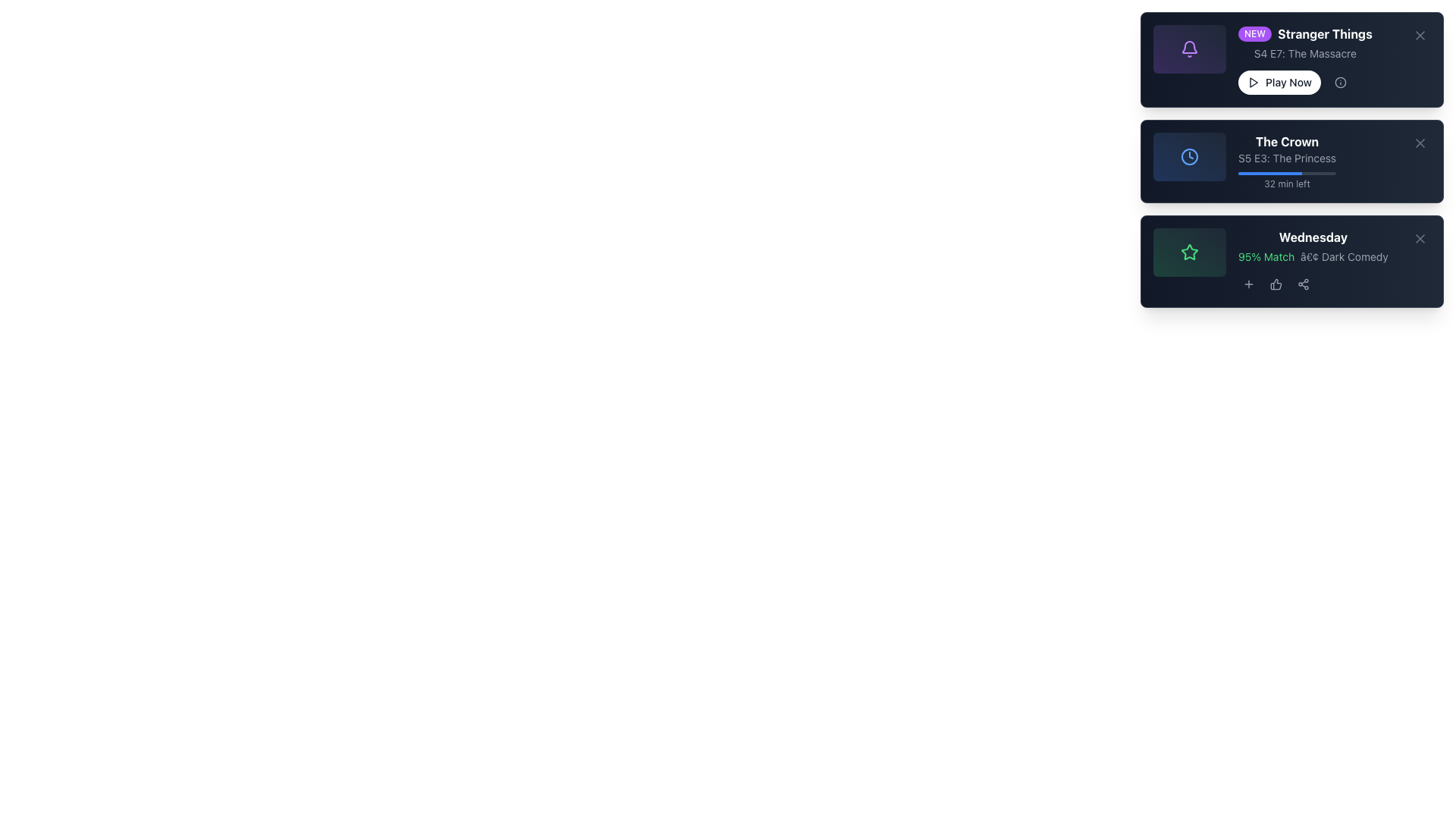 This screenshot has width=1456, height=819. I want to click on to interact with the rating icon associated with the item 'Wednesday' in the third list item of the vertical list, so click(1188, 250).